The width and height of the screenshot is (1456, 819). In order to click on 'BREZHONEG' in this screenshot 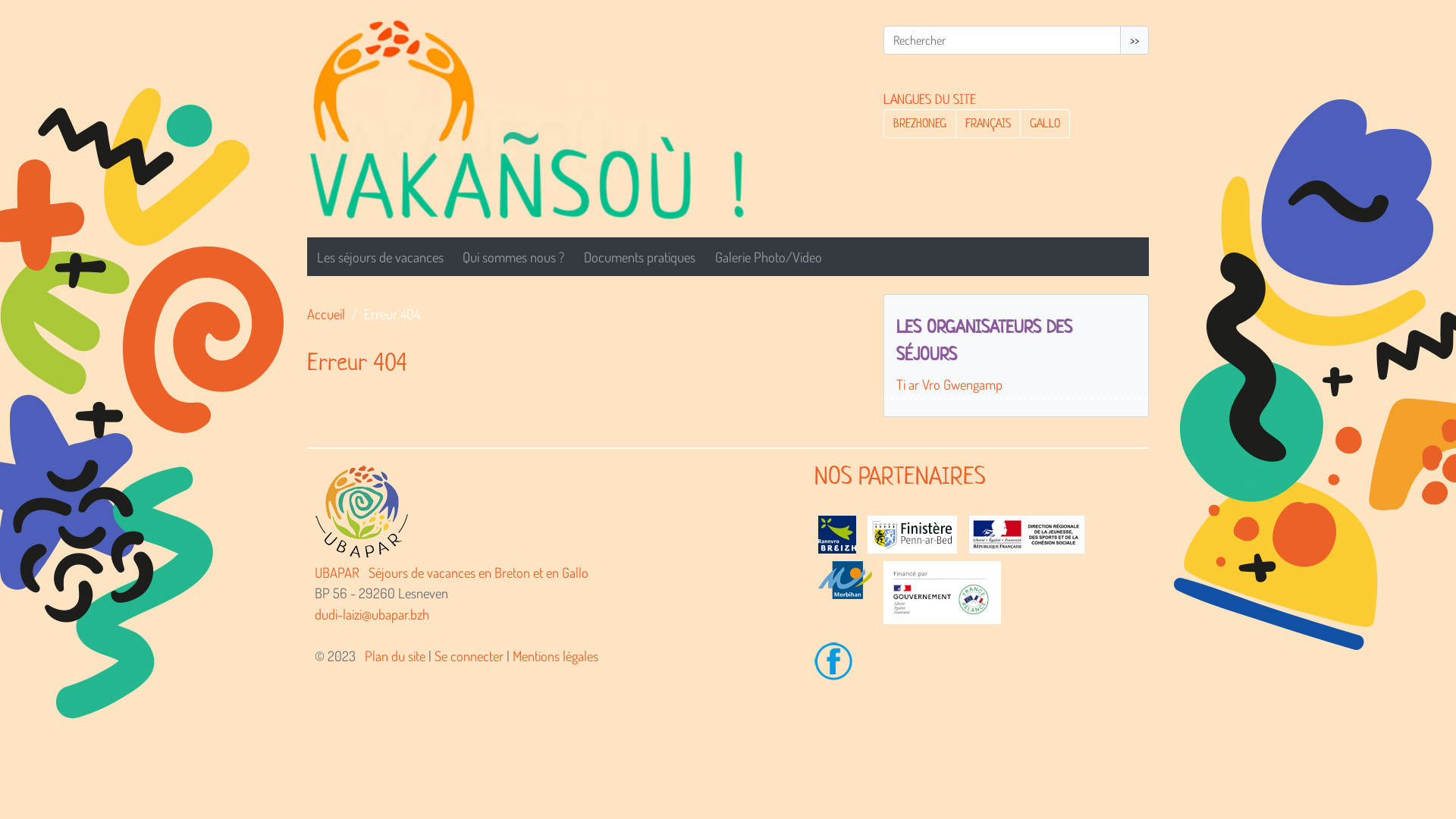, I will do `click(919, 122)`.